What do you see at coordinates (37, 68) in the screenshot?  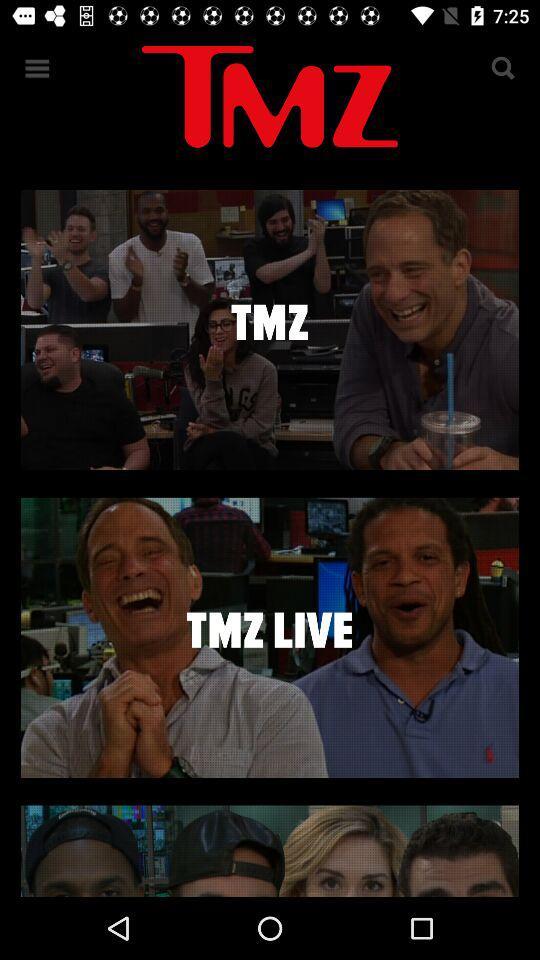 I see `side menu` at bounding box center [37, 68].